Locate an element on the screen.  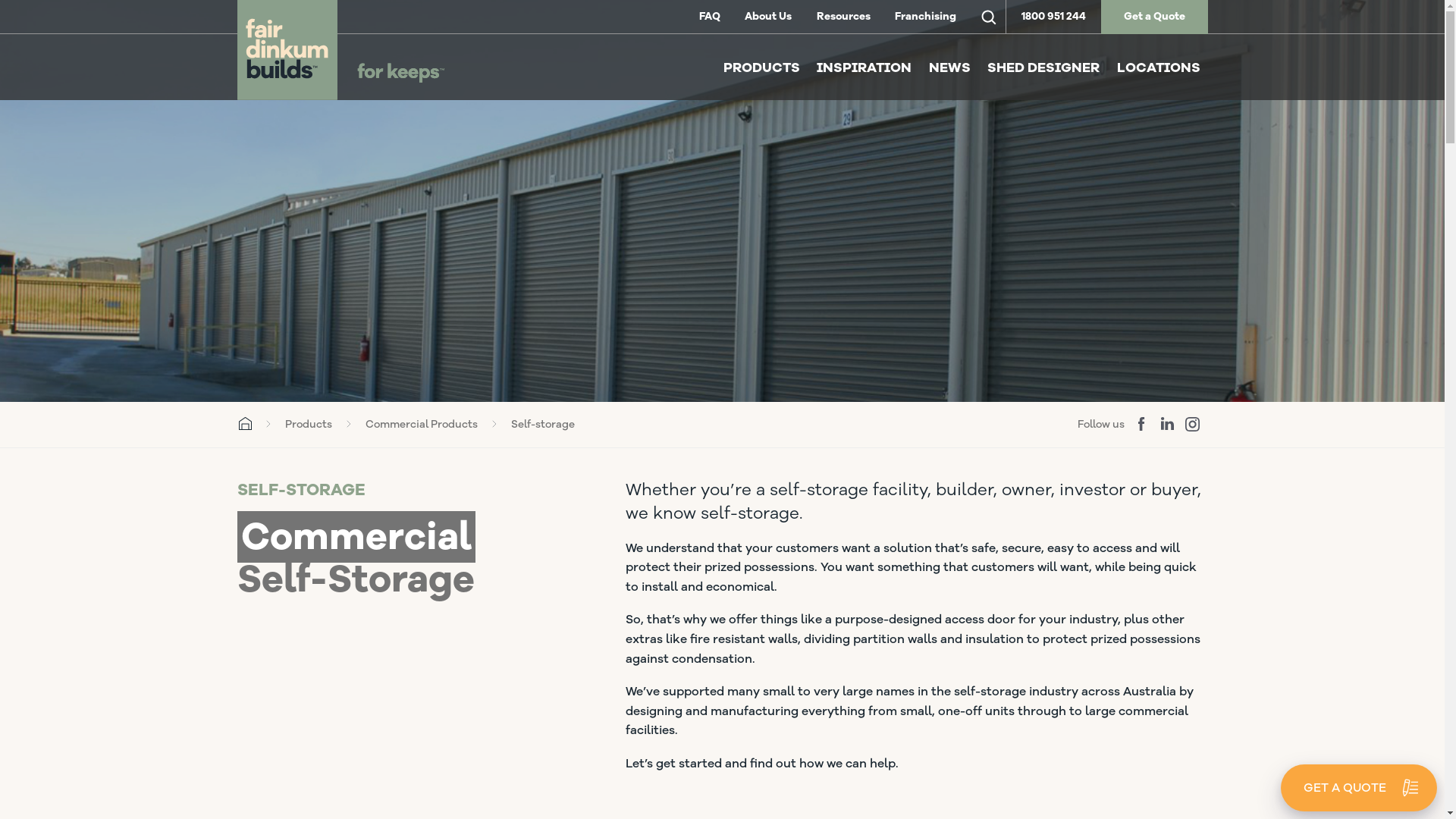
'Get a Quote' is located at coordinates (1153, 17).